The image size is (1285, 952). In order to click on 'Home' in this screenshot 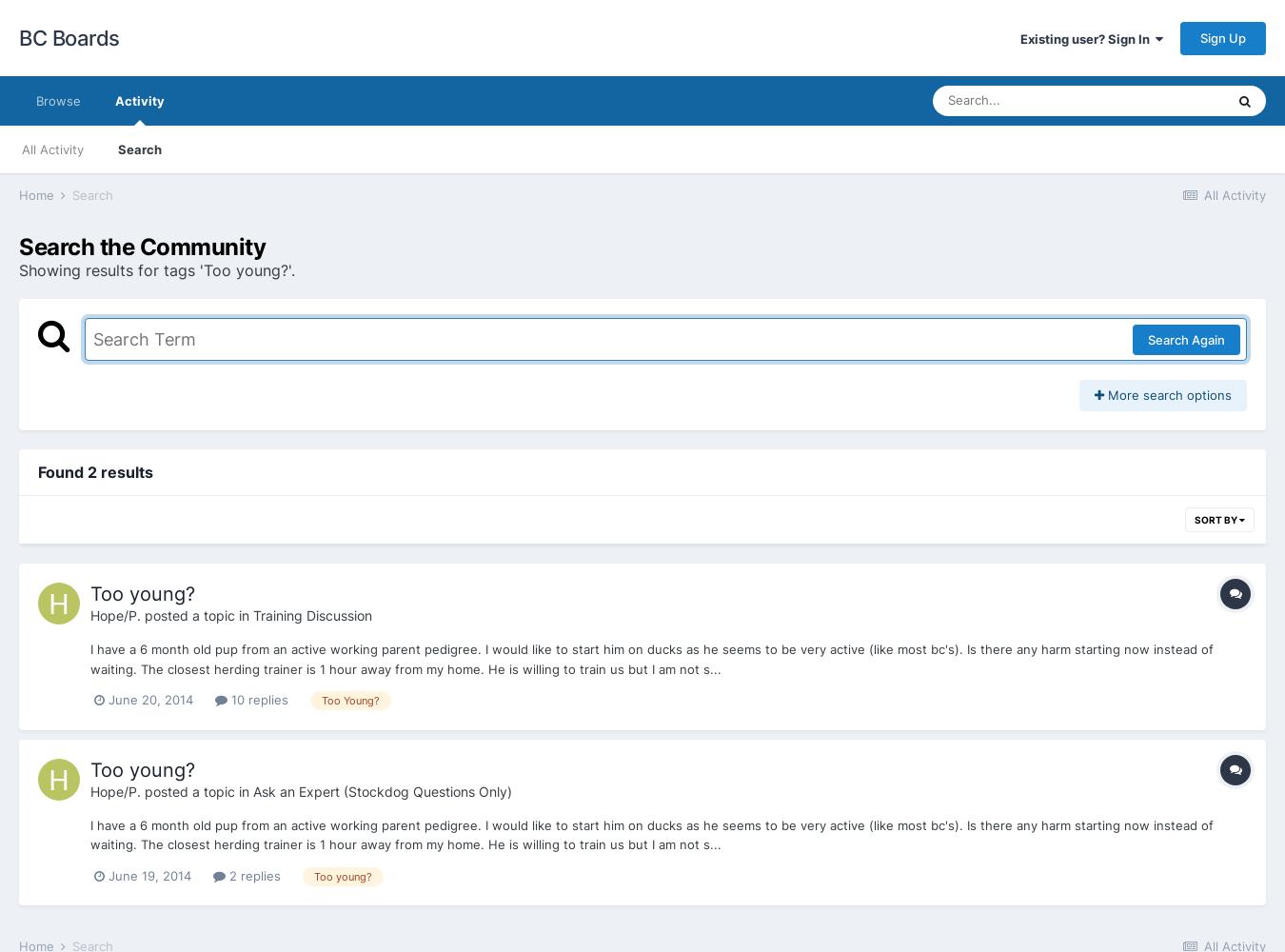, I will do `click(17, 193)`.